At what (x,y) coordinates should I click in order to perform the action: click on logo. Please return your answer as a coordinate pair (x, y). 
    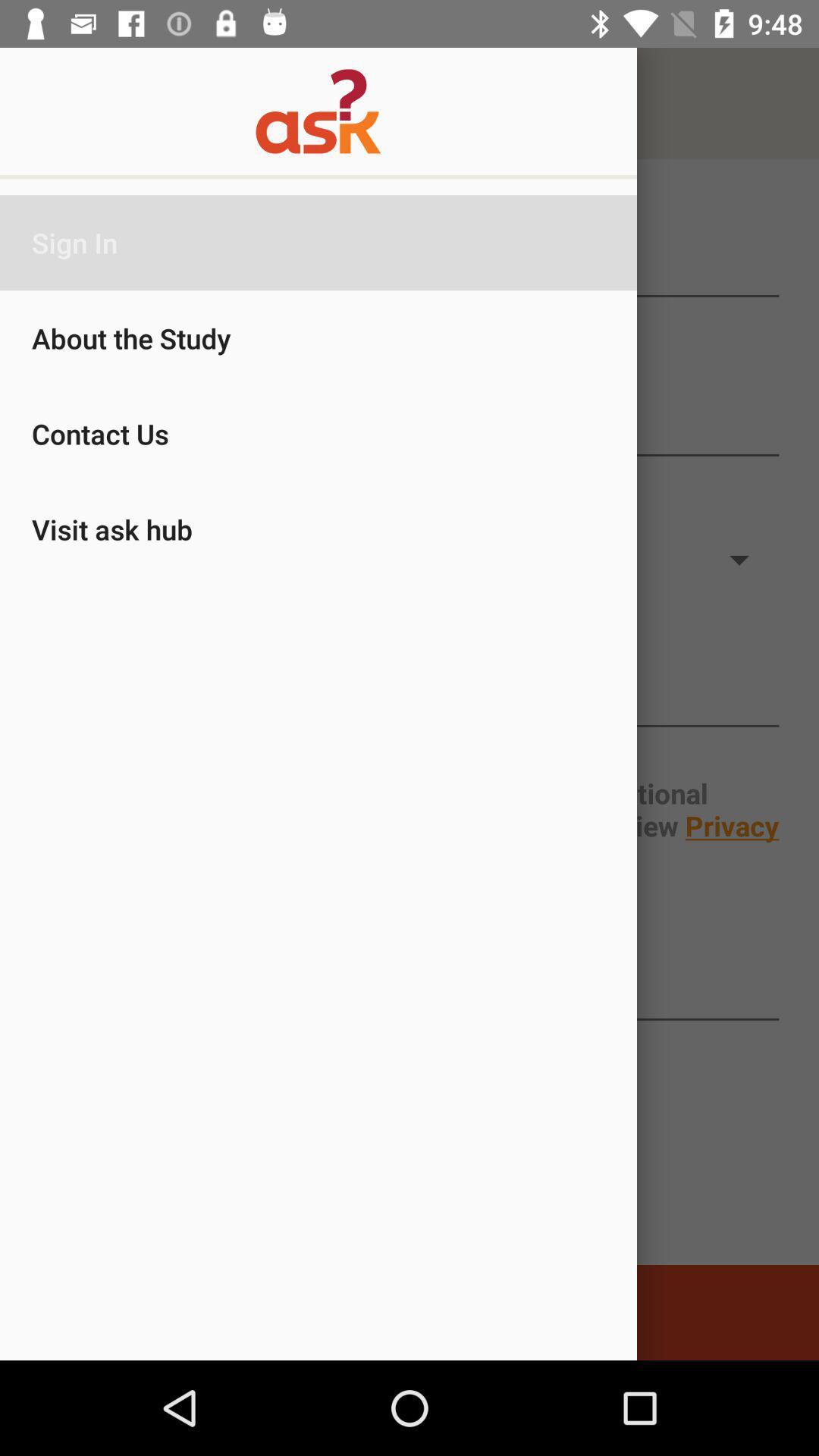
    Looking at the image, I should click on (409, 103).